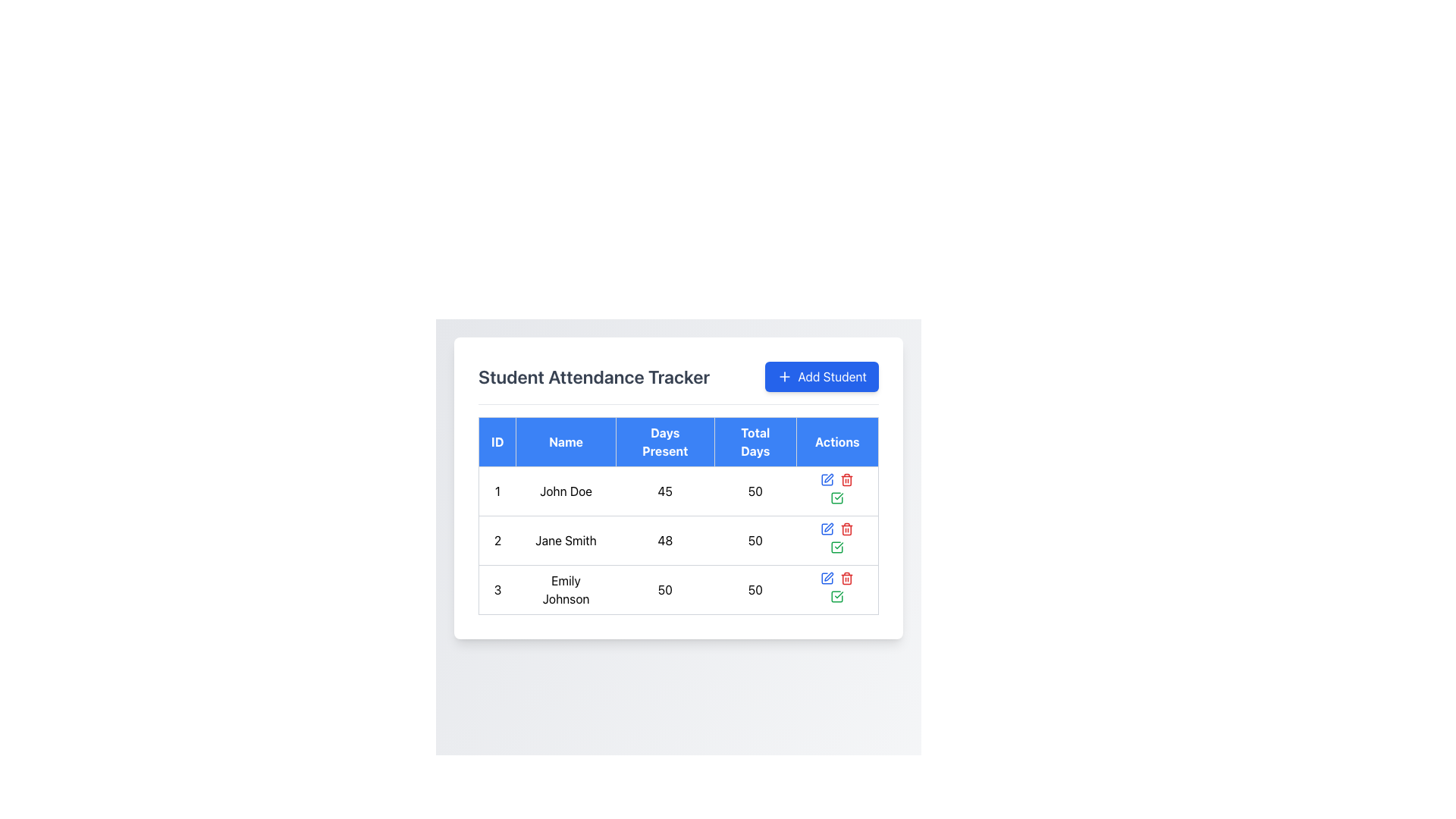 This screenshot has width=1456, height=819. I want to click on the green checkmark icon button in the 'Actions' column of the 'Student Attendance Tracker' table, so click(836, 589).